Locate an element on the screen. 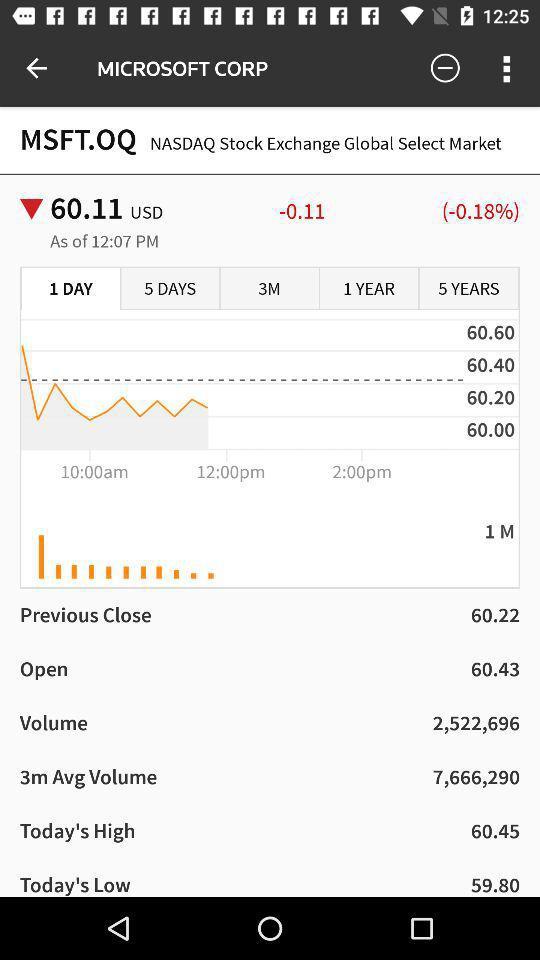  the item to the right of microsoft corp item is located at coordinates (445, 68).